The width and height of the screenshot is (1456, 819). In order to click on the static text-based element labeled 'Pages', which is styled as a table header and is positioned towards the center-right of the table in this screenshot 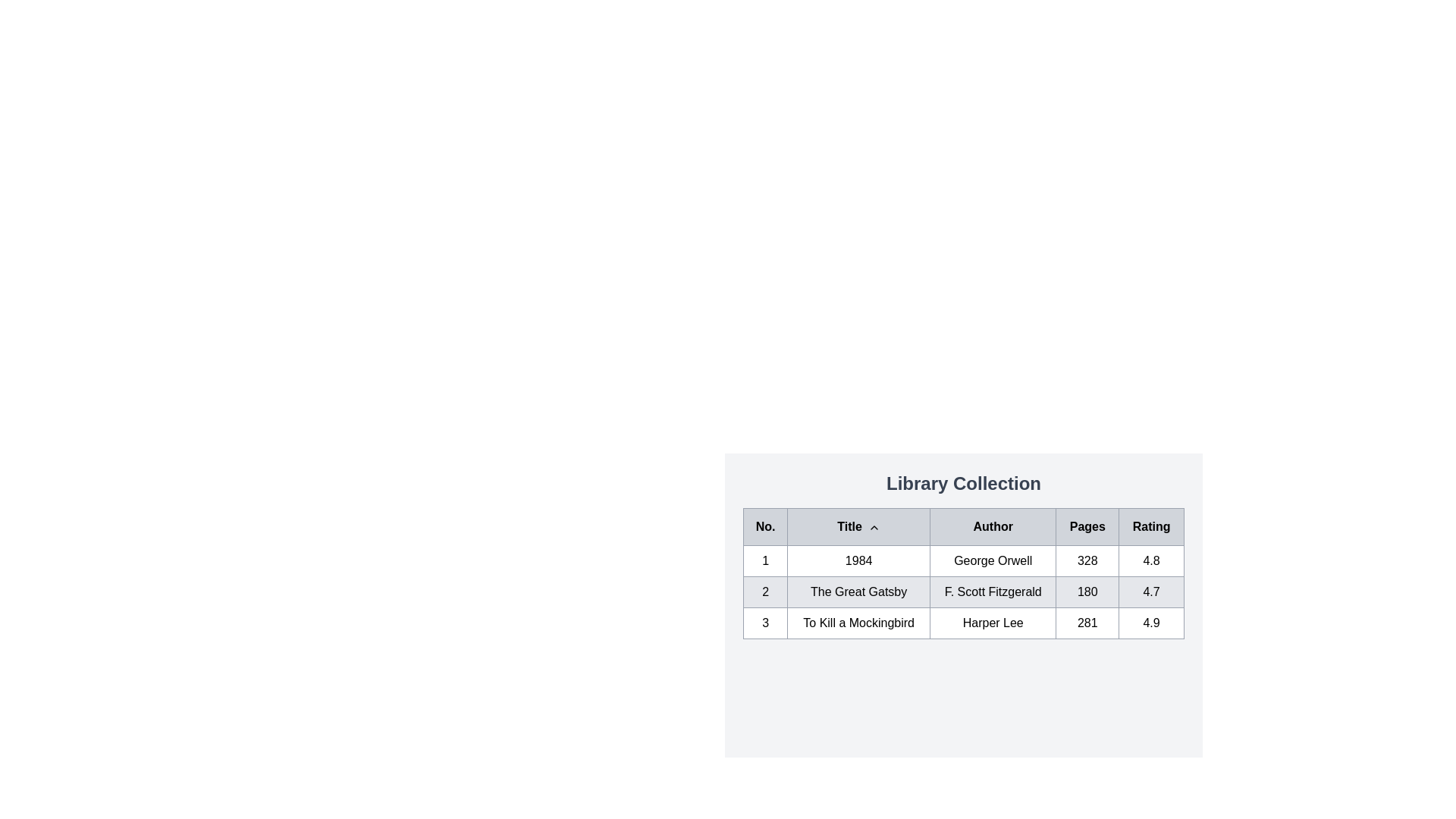, I will do `click(1087, 526)`.